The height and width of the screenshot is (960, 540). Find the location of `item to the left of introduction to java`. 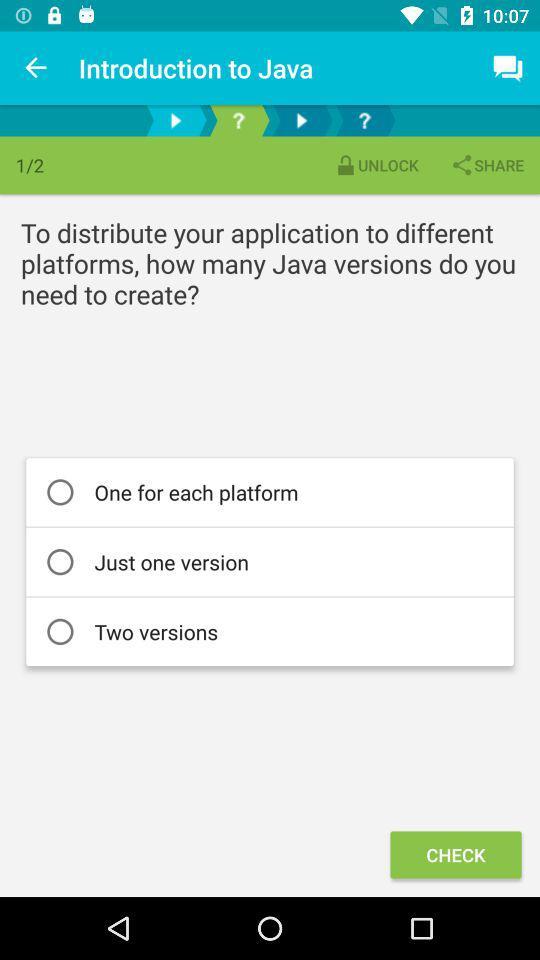

item to the left of introduction to java is located at coordinates (36, 68).